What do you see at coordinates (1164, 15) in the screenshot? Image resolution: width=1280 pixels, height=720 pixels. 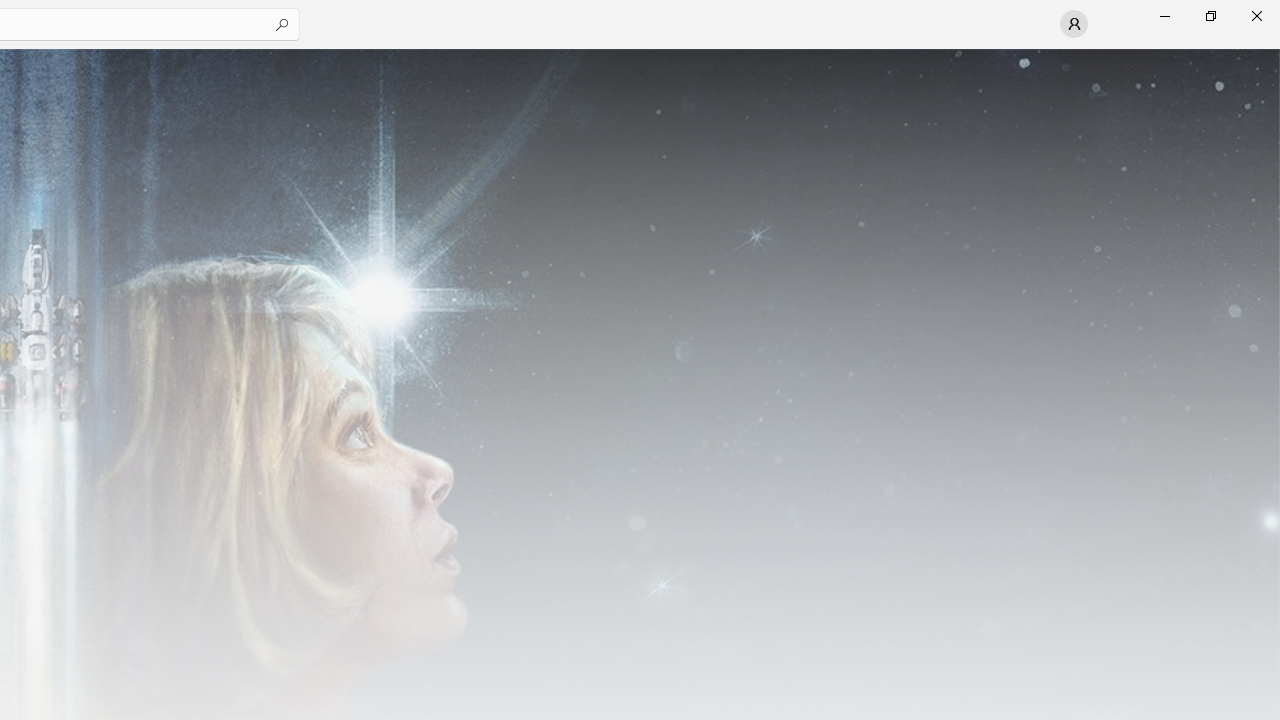 I see `'Minimize Microsoft Store'` at bounding box center [1164, 15].